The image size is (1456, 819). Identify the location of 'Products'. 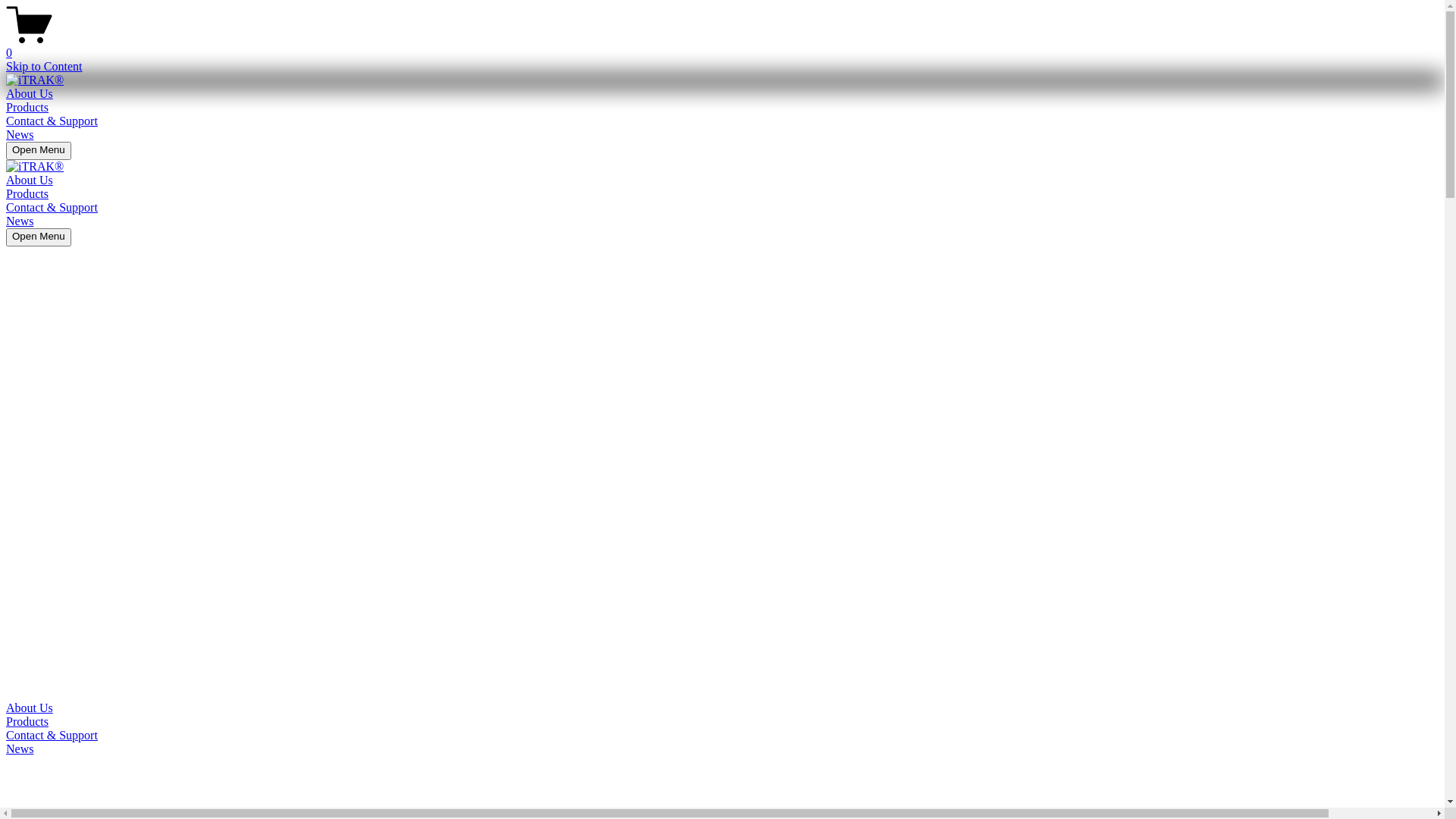
(27, 193).